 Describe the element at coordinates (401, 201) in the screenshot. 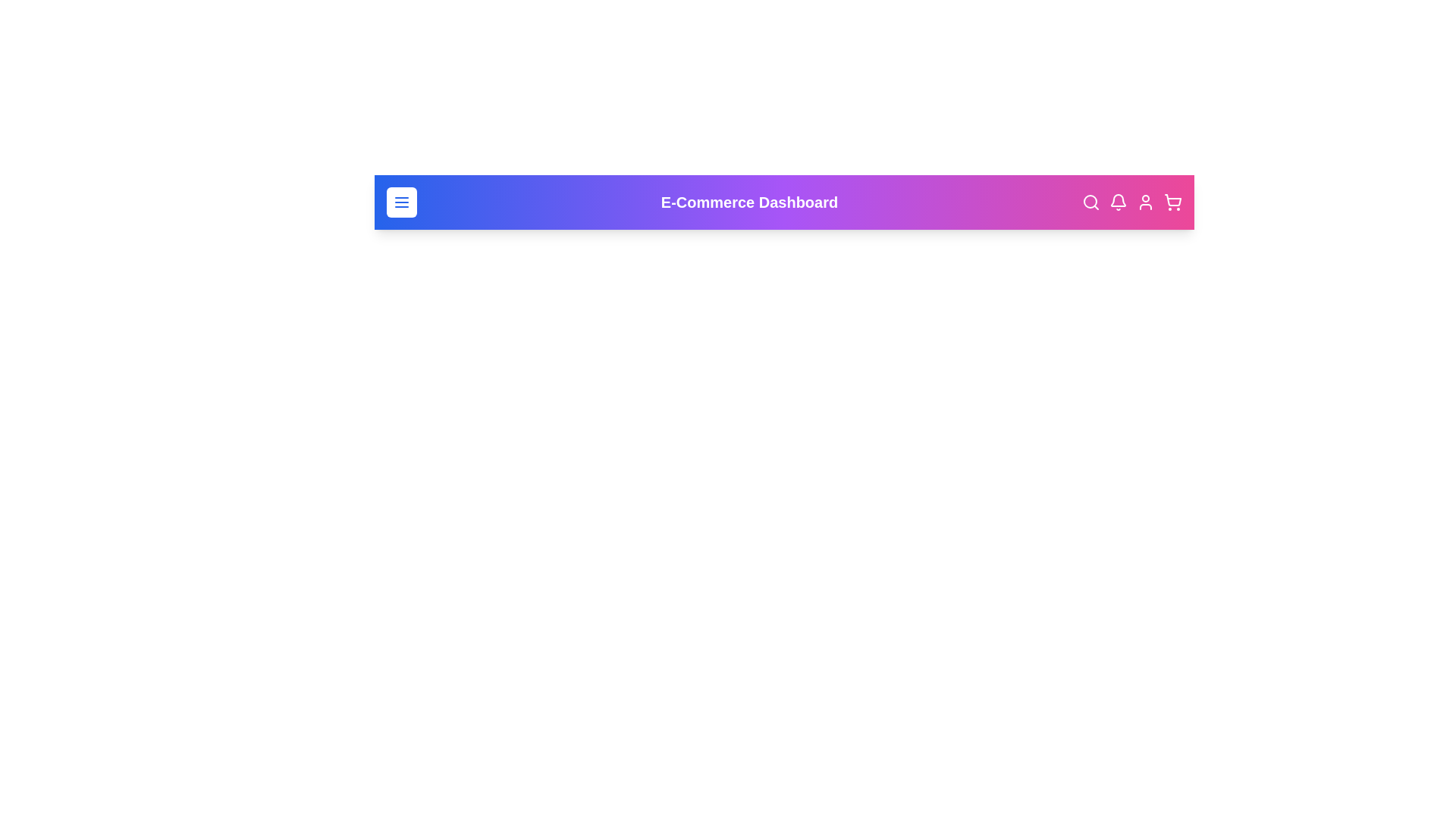

I see `the menu button to toggle the navigation menu` at that location.